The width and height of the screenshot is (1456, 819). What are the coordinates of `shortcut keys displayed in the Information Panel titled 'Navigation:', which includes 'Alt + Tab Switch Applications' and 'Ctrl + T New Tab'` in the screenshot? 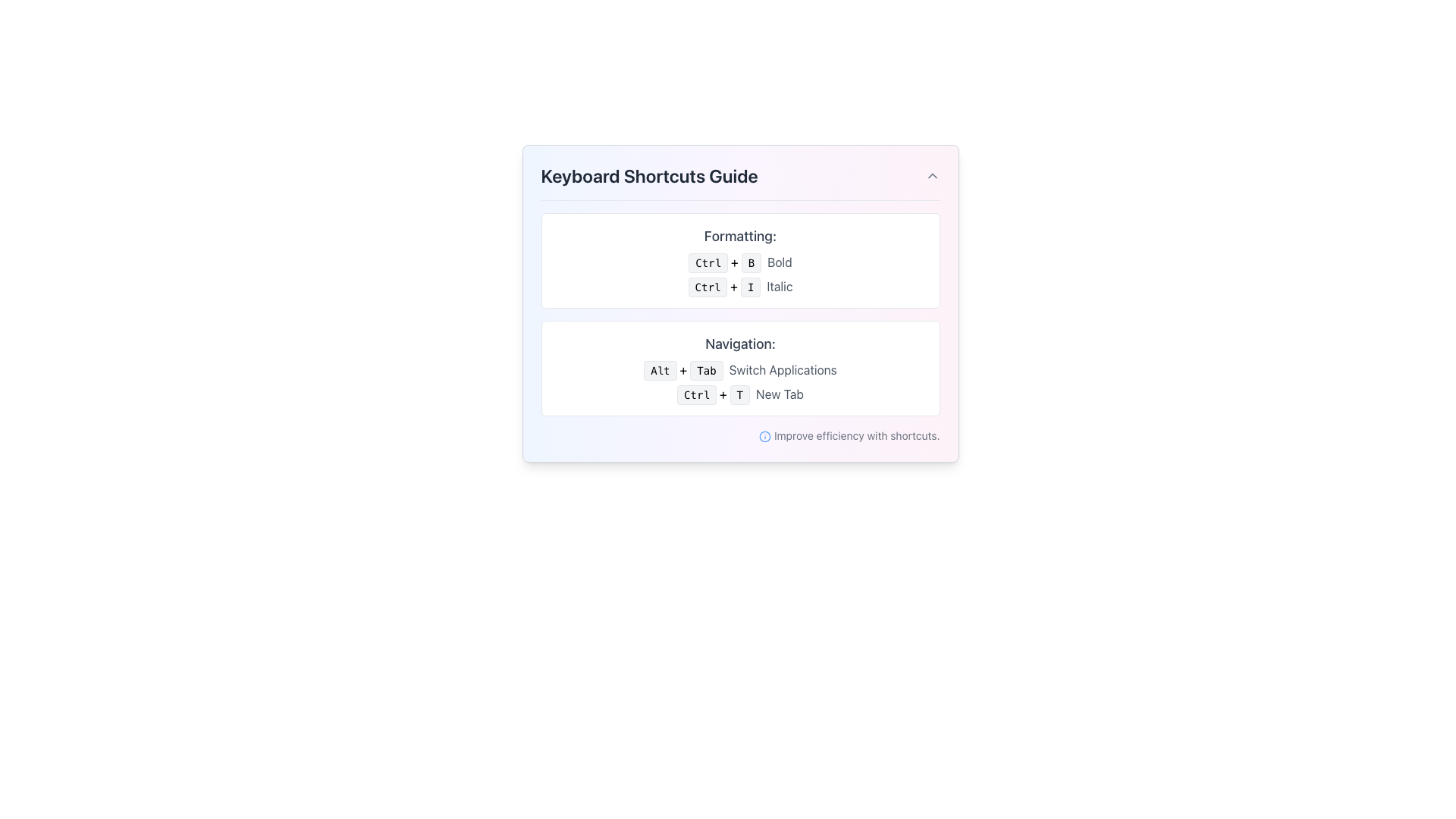 It's located at (740, 369).